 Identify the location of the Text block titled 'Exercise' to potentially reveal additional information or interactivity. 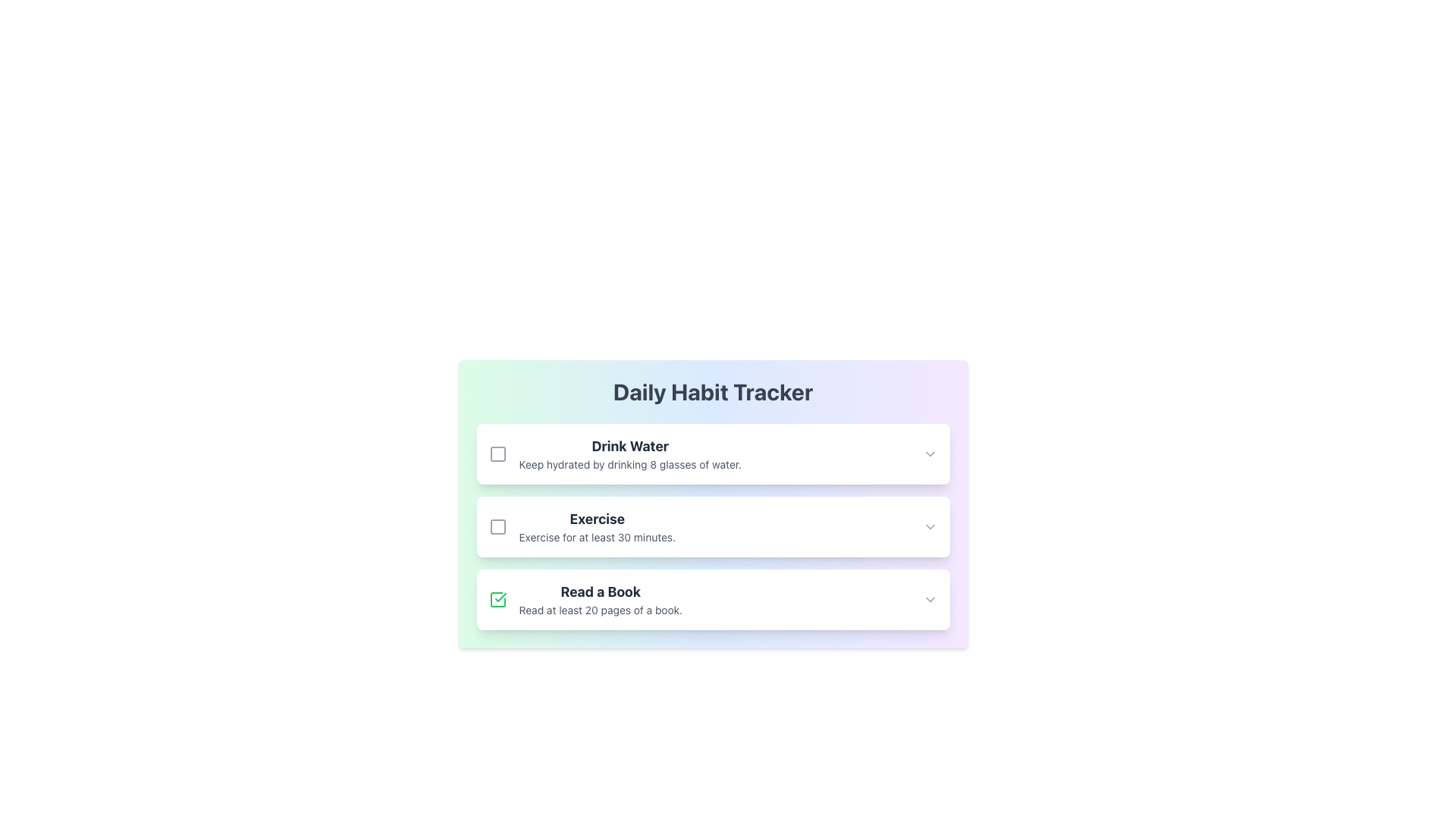
(596, 526).